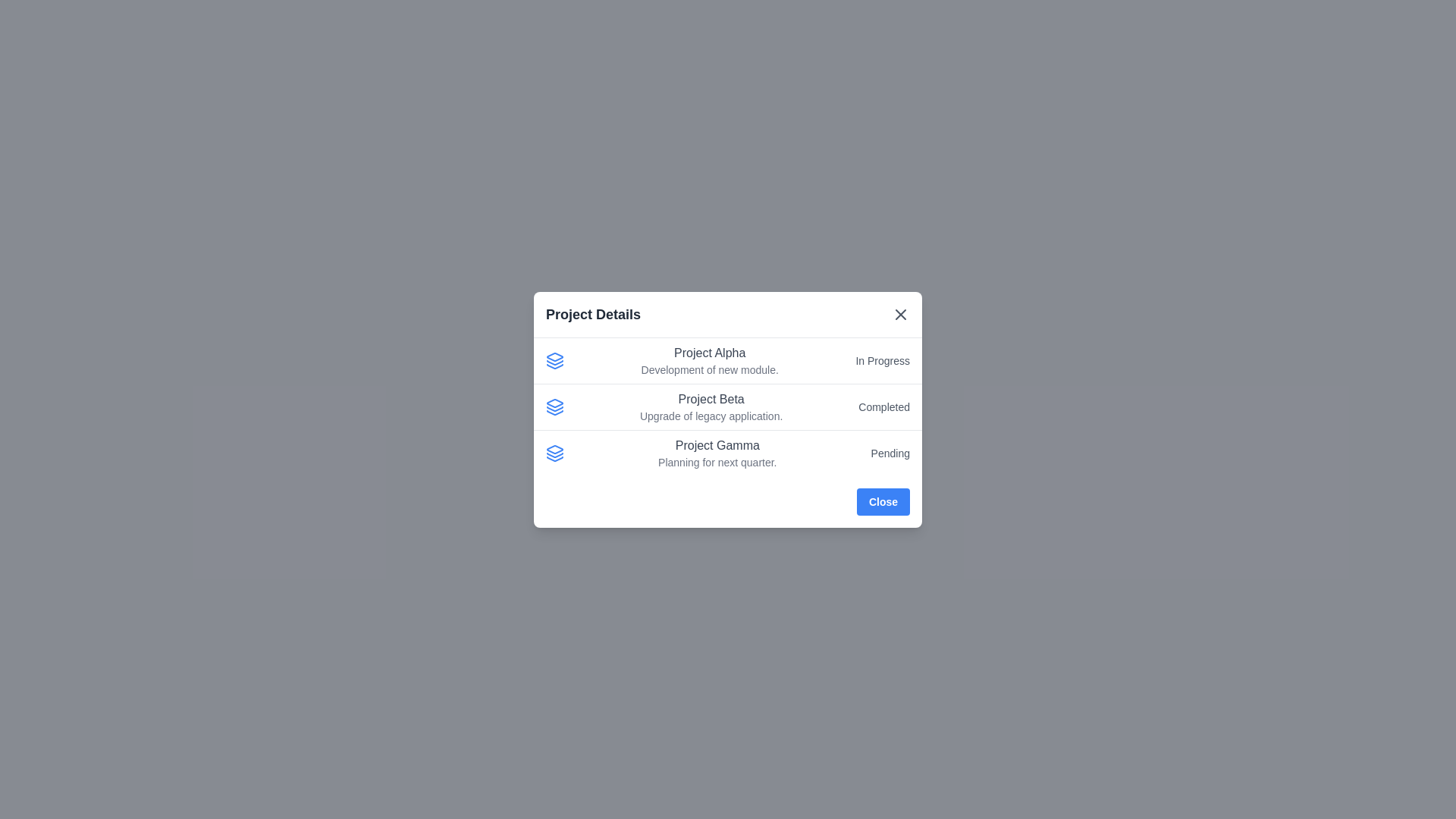 This screenshot has width=1456, height=819. I want to click on the project icon for Project Alpha, so click(554, 360).